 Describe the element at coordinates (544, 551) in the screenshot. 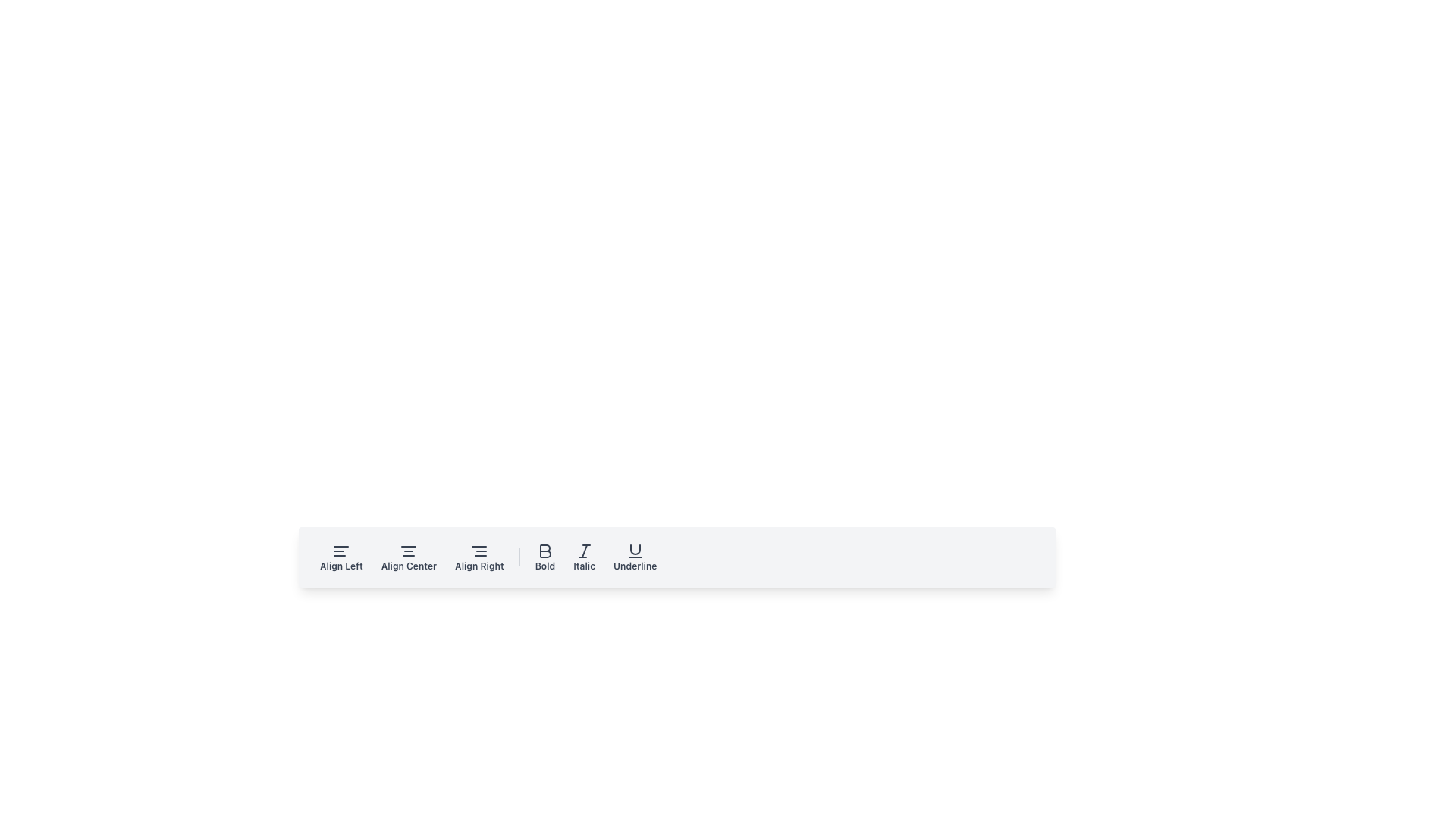

I see `the 'Bold' icon button in the toolbar` at that location.